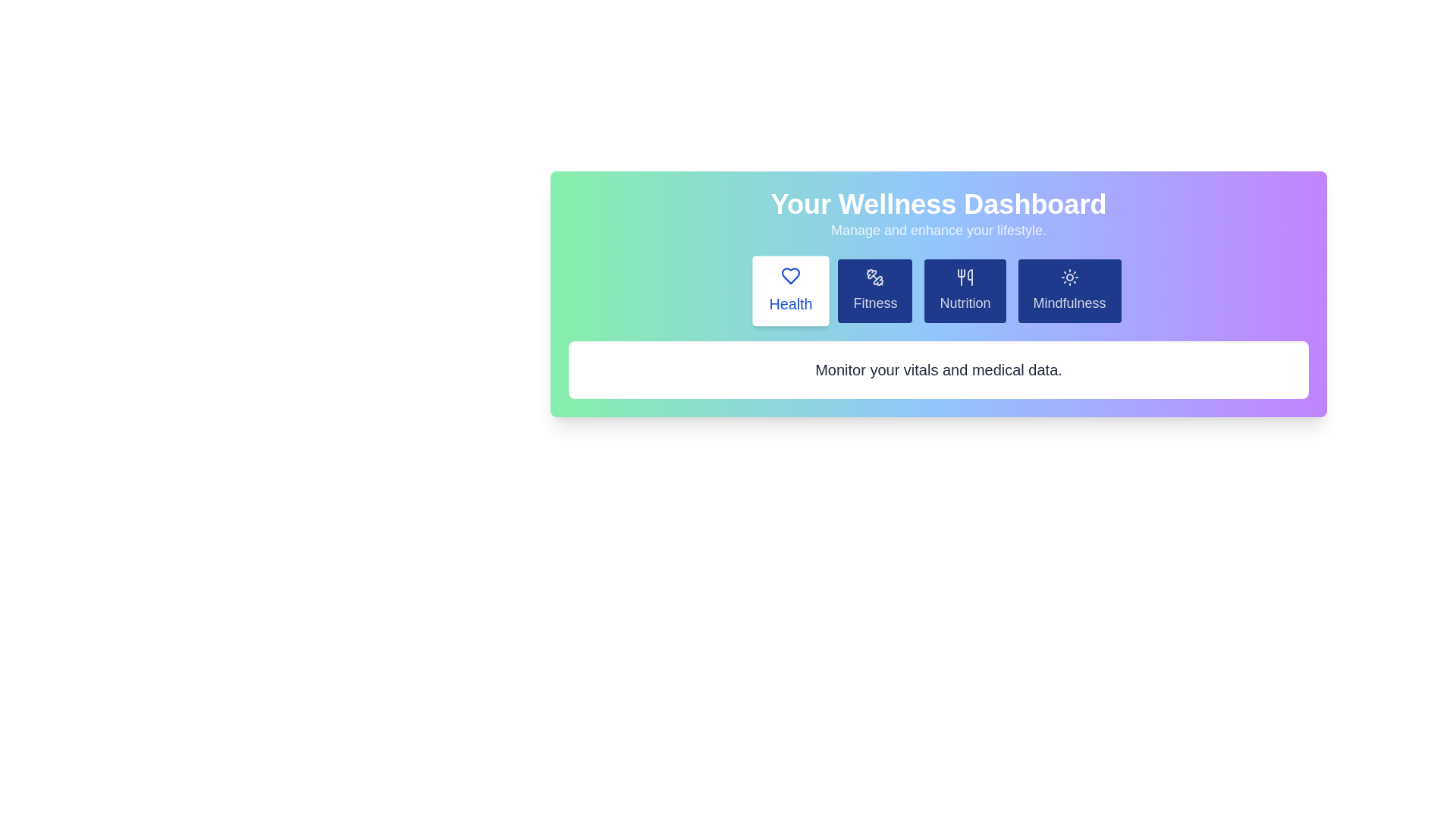 The image size is (1456, 819). Describe the element at coordinates (789, 275) in the screenshot. I see `the icon associated with the 'Health' tab to inspect it` at that location.